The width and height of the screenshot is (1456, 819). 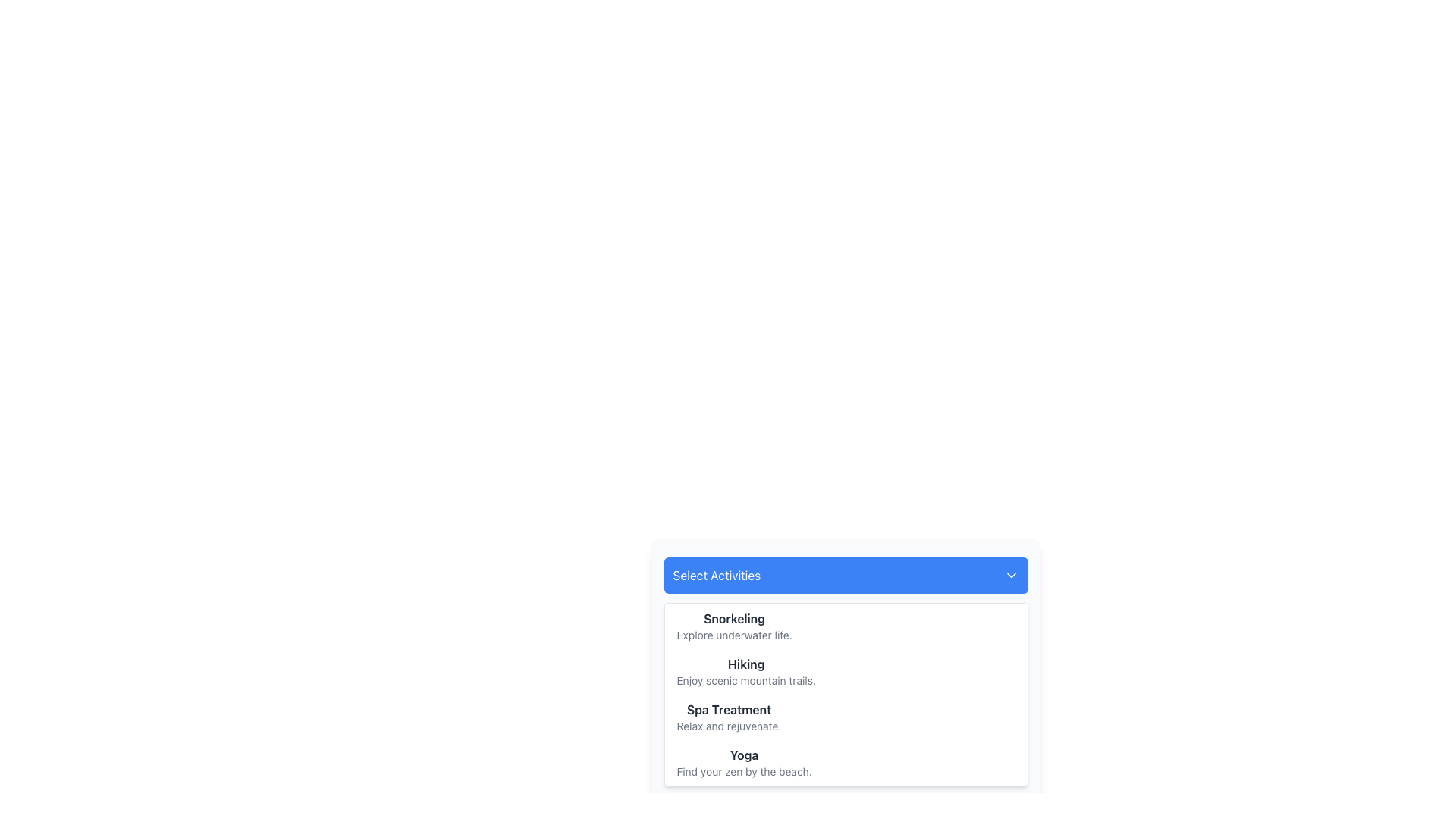 I want to click on the 'Hiking' label in the dropdown menu under 'Select Activities', so click(x=746, y=663).